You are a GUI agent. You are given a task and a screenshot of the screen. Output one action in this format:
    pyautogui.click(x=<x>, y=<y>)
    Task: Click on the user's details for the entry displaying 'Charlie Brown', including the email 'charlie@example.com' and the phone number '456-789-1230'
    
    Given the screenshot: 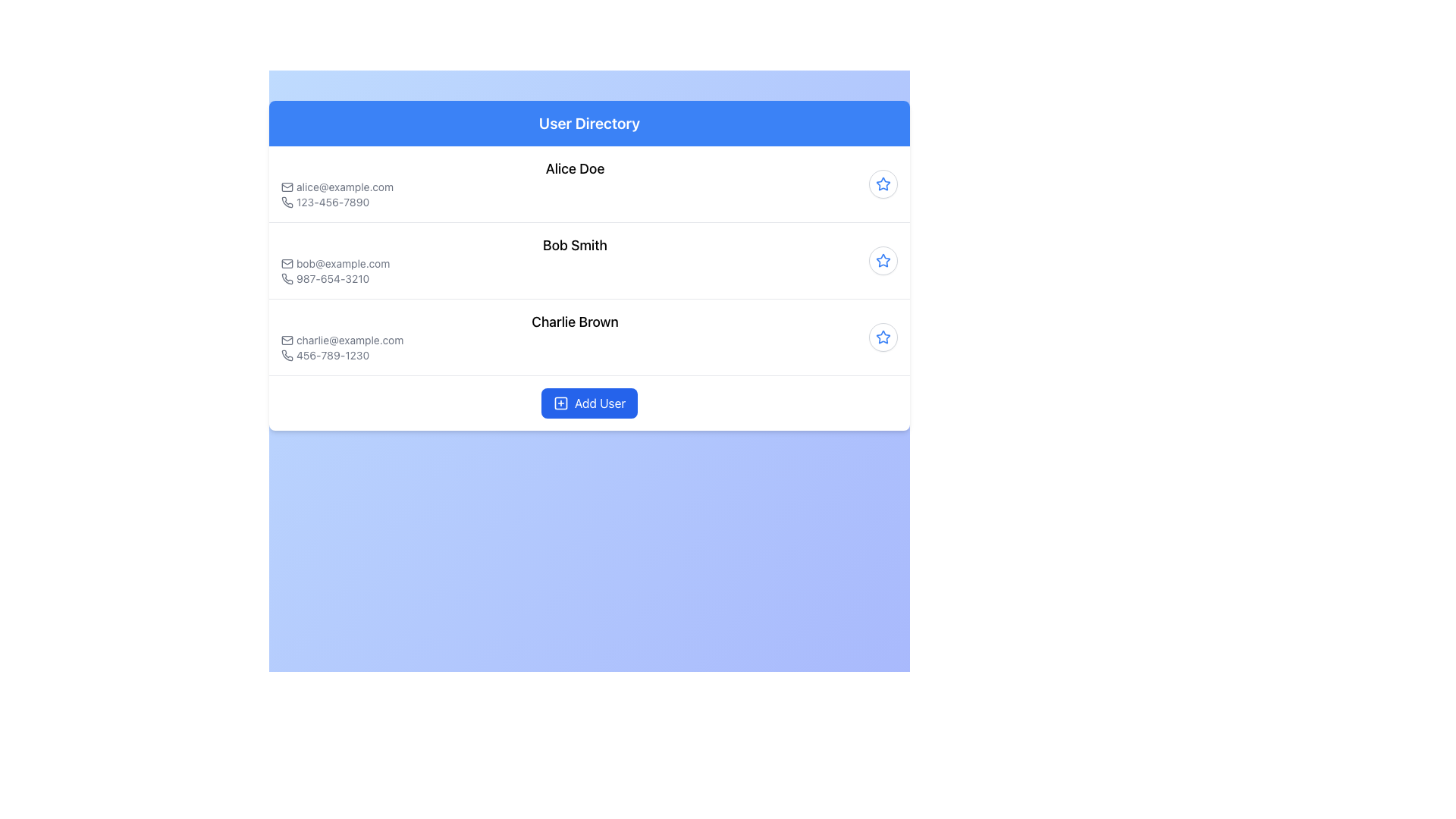 What is the action you would take?
    pyautogui.click(x=588, y=337)
    